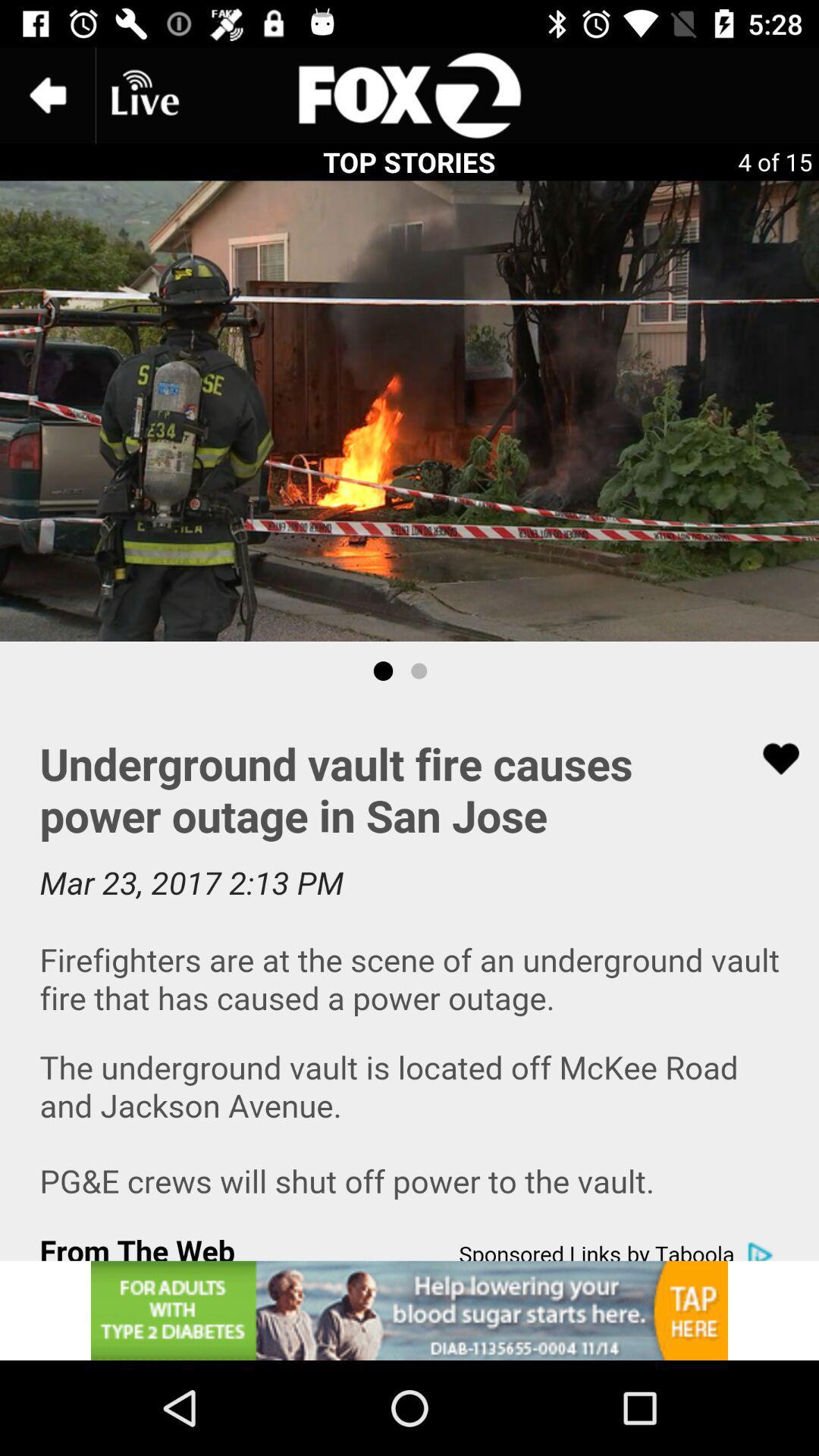 This screenshot has height=1456, width=819. What do you see at coordinates (409, 94) in the screenshot?
I see `name of fox` at bounding box center [409, 94].